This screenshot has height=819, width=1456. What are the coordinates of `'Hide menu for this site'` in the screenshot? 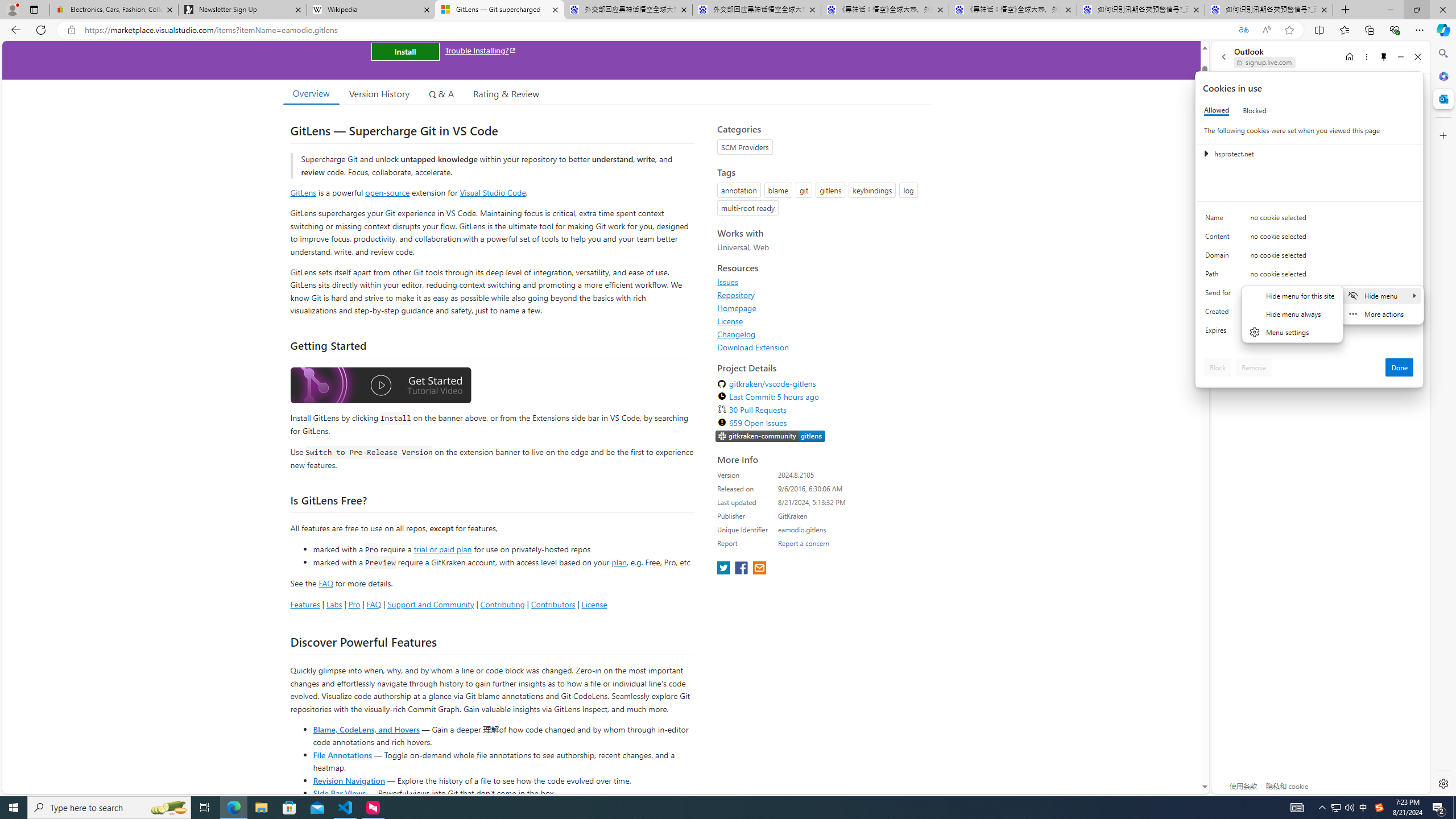 It's located at (1292, 295).